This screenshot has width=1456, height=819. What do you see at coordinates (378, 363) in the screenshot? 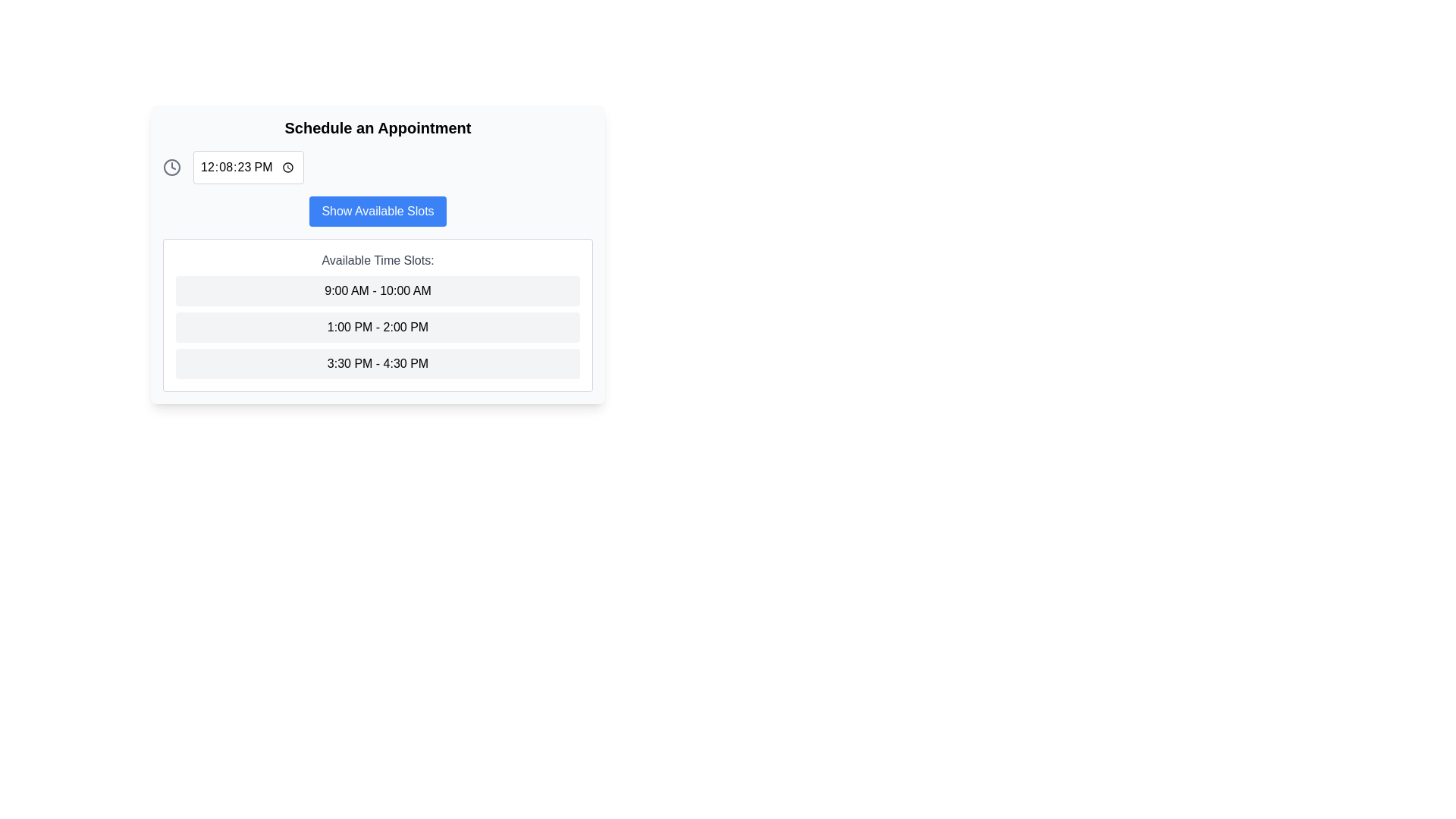
I see `the text label displaying '3:30 PM - 4:30 PM'` at bounding box center [378, 363].